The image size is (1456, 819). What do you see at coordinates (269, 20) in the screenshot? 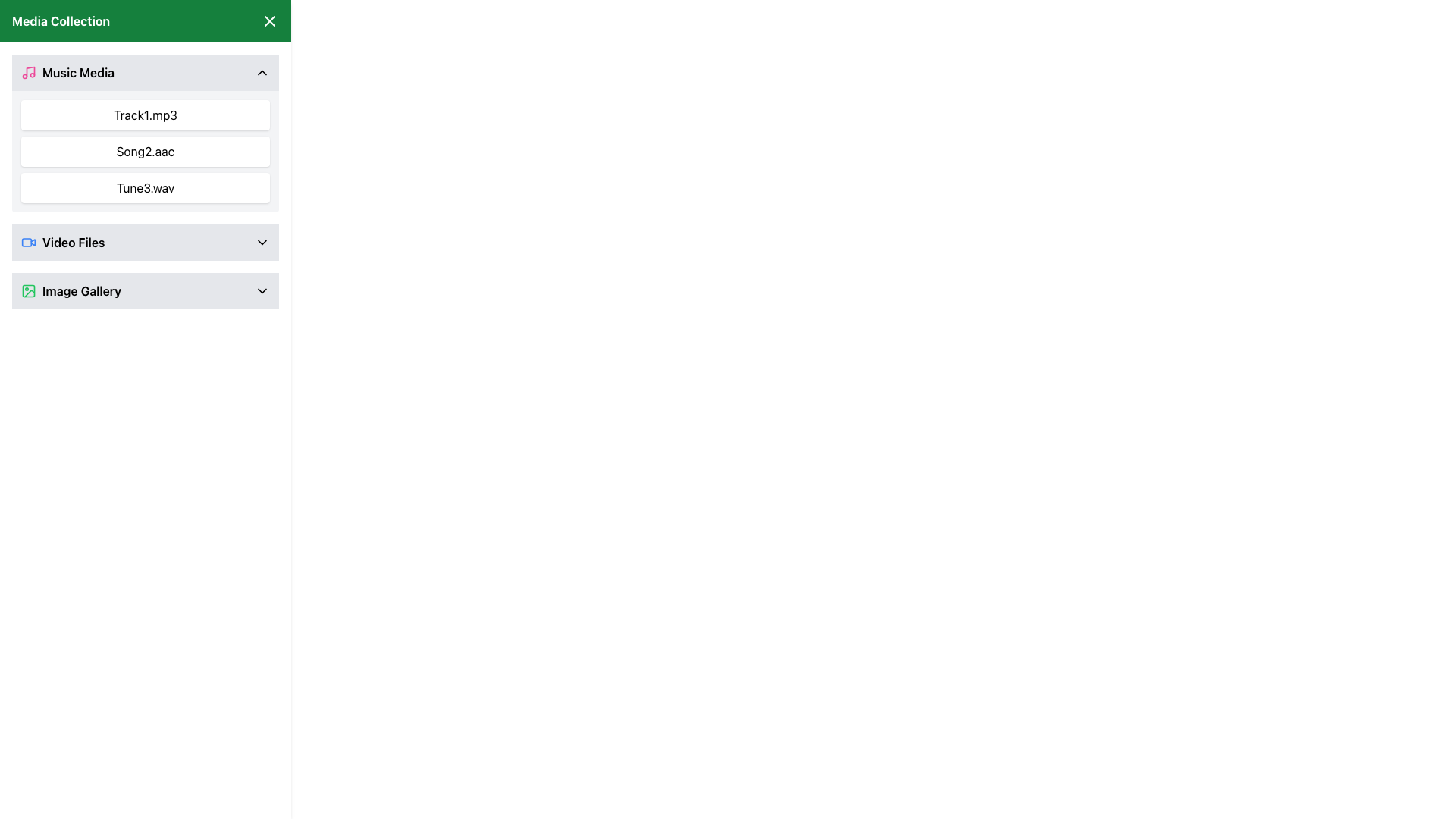
I see `the diagonal cross icon button` at bounding box center [269, 20].